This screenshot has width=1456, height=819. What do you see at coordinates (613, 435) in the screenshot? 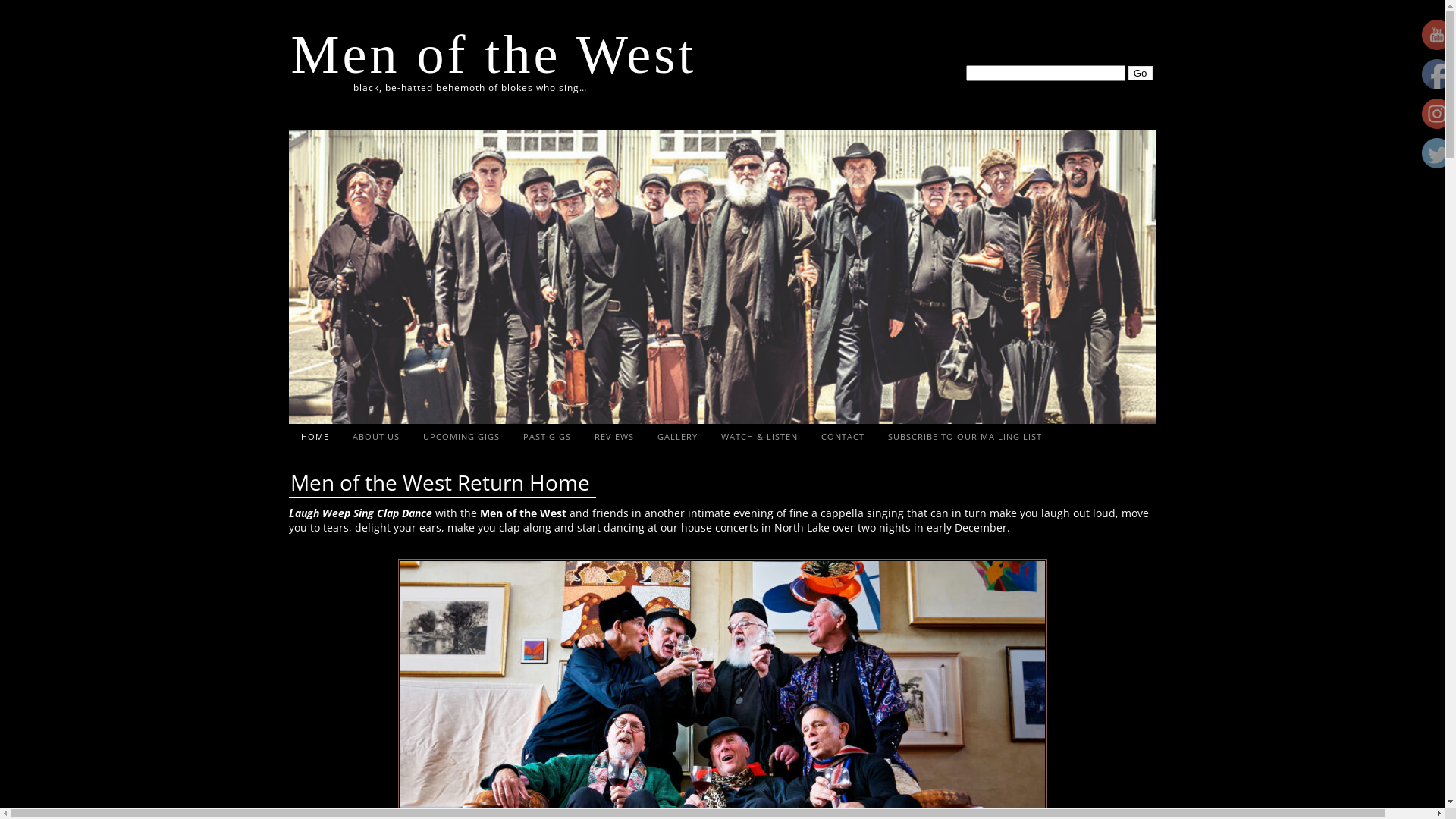
I see `'REVIEWS'` at bounding box center [613, 435].